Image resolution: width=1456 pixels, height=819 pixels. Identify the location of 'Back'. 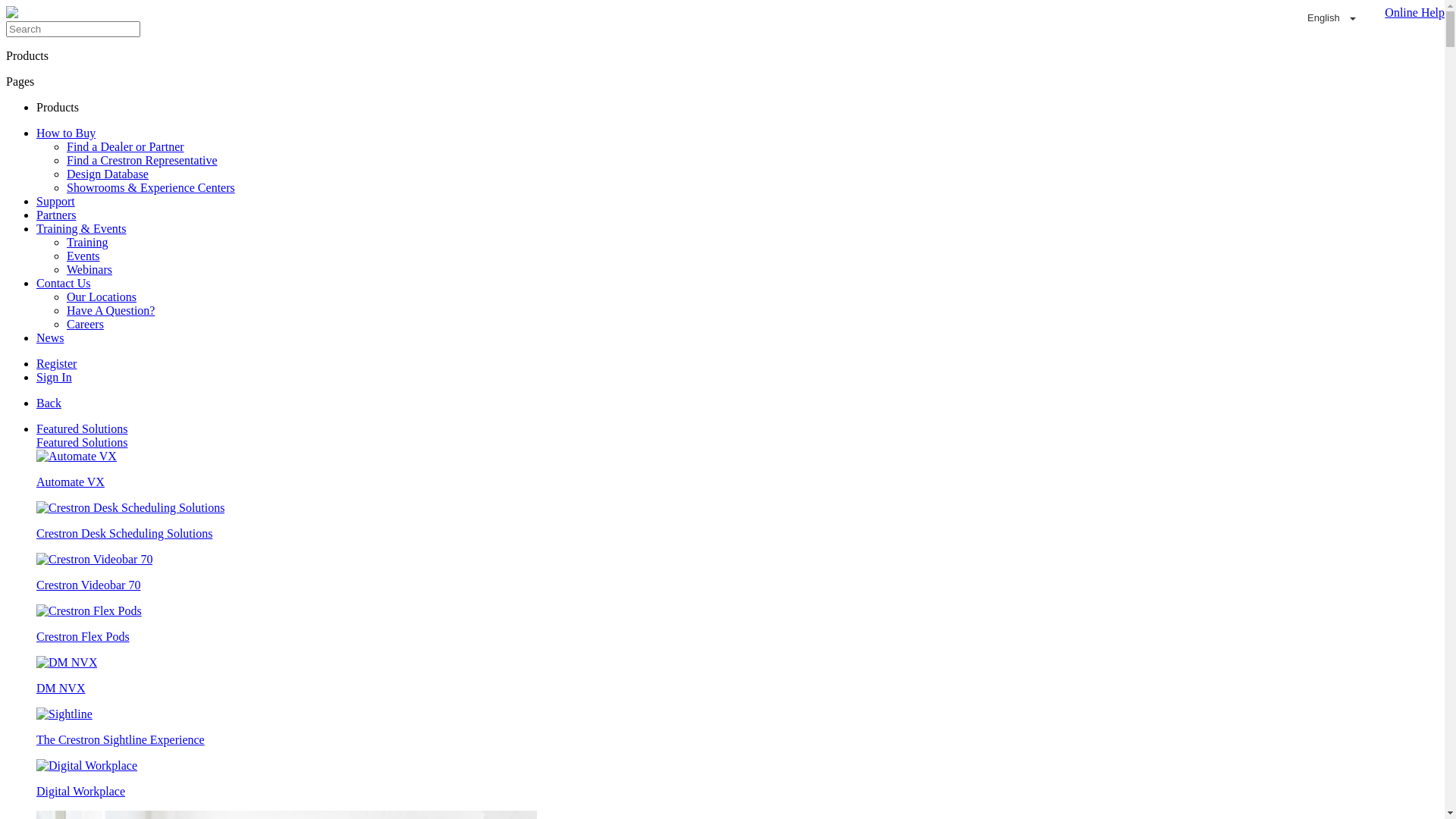
(49, 402).